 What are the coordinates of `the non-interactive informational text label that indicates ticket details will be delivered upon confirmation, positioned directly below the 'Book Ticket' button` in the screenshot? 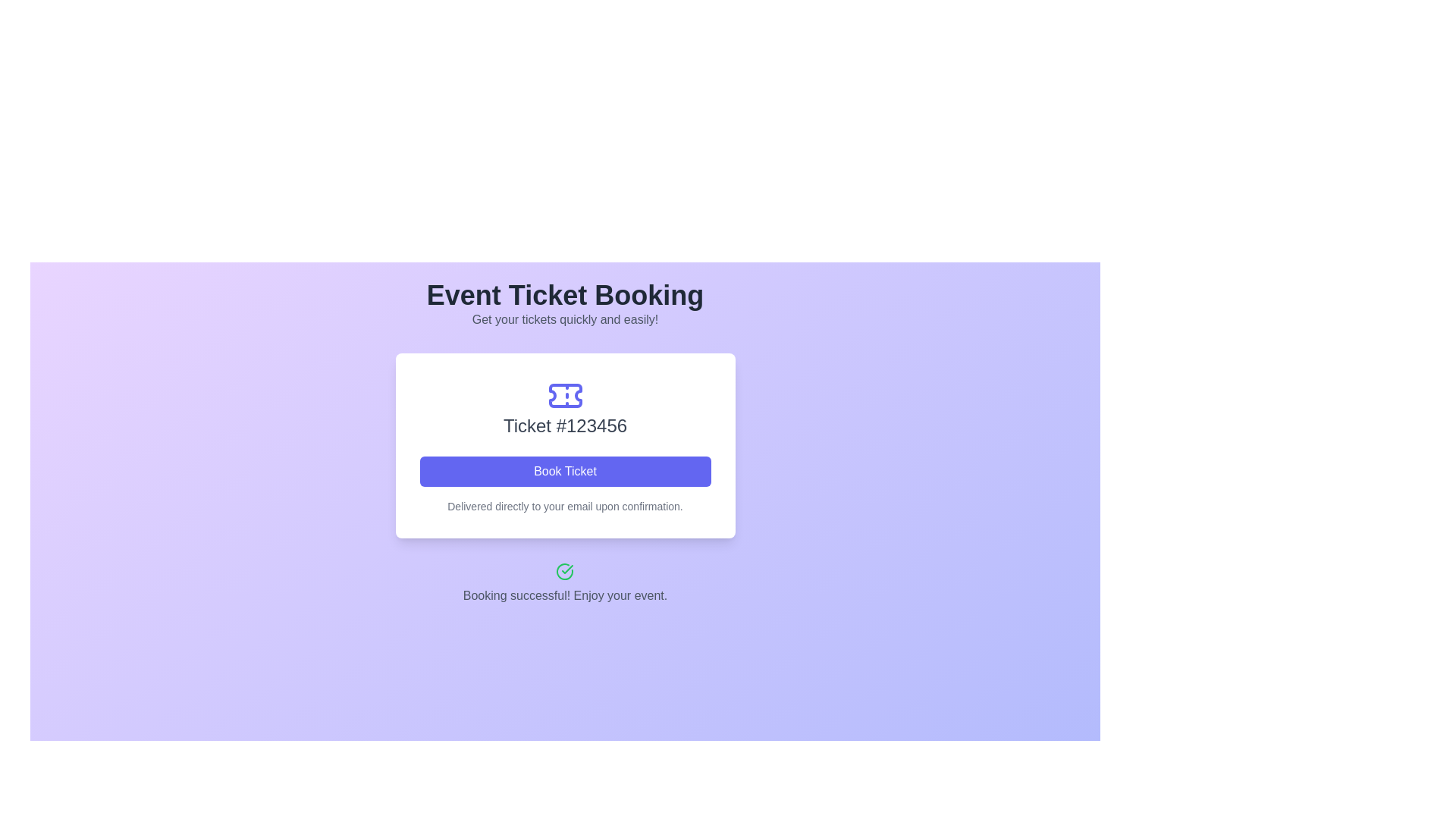 It's located at (564, 506).